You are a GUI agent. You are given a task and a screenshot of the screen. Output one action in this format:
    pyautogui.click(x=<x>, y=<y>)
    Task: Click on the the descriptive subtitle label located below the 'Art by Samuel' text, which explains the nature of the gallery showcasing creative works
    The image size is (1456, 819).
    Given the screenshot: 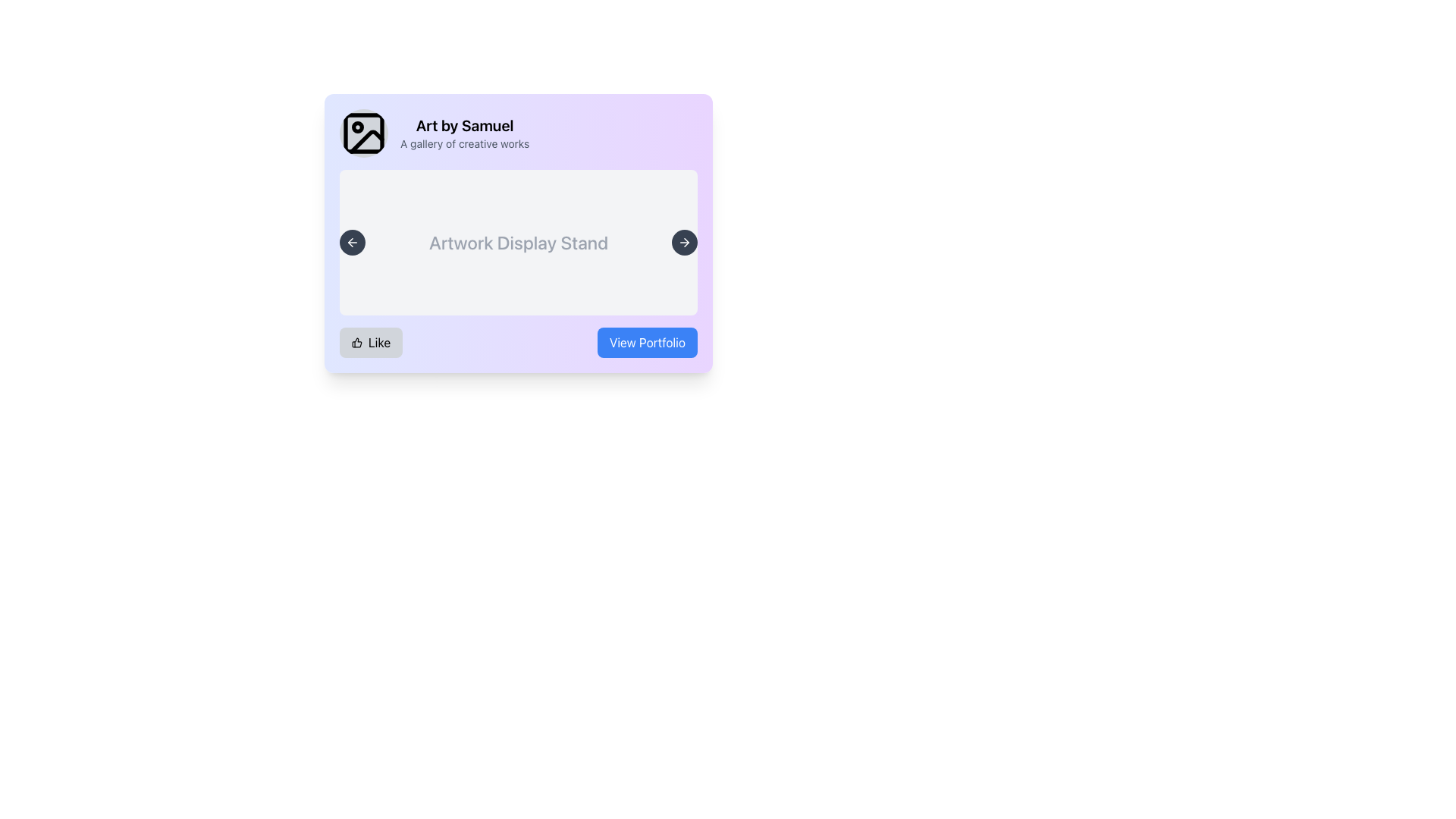 What is the action you would take?
    pyautogui.click(x=464, y=143)
    